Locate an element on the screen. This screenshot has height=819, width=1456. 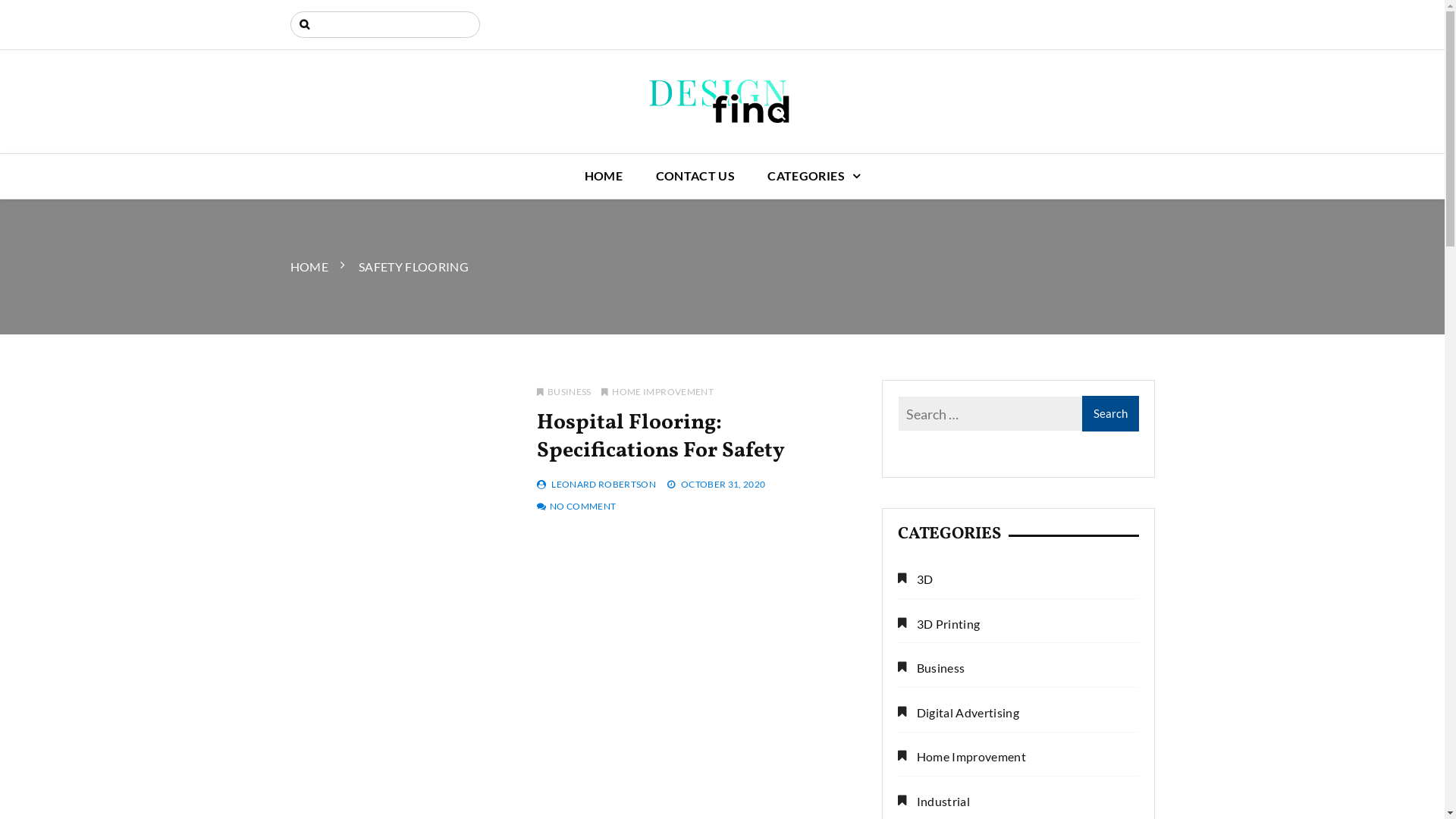
'HOME' is located at coordinates (568, 175).